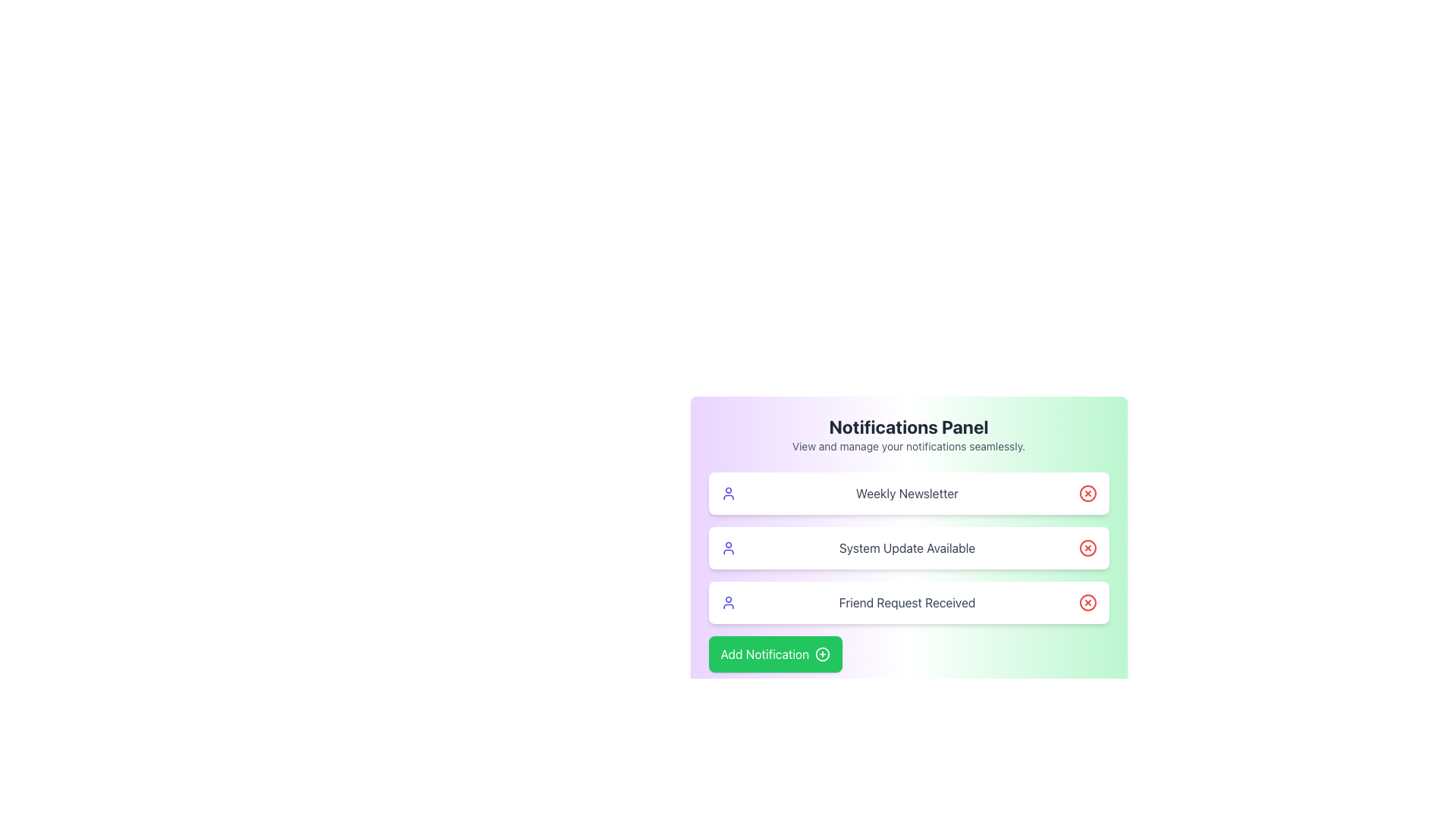 This screenshot has height=819, width=1456. Describe the element at coordinates (908, 435) in the screenshot. I see `the 'Notifications Panel' text block, which features a bold title and a gradient background, located at the top of the section` at that location.